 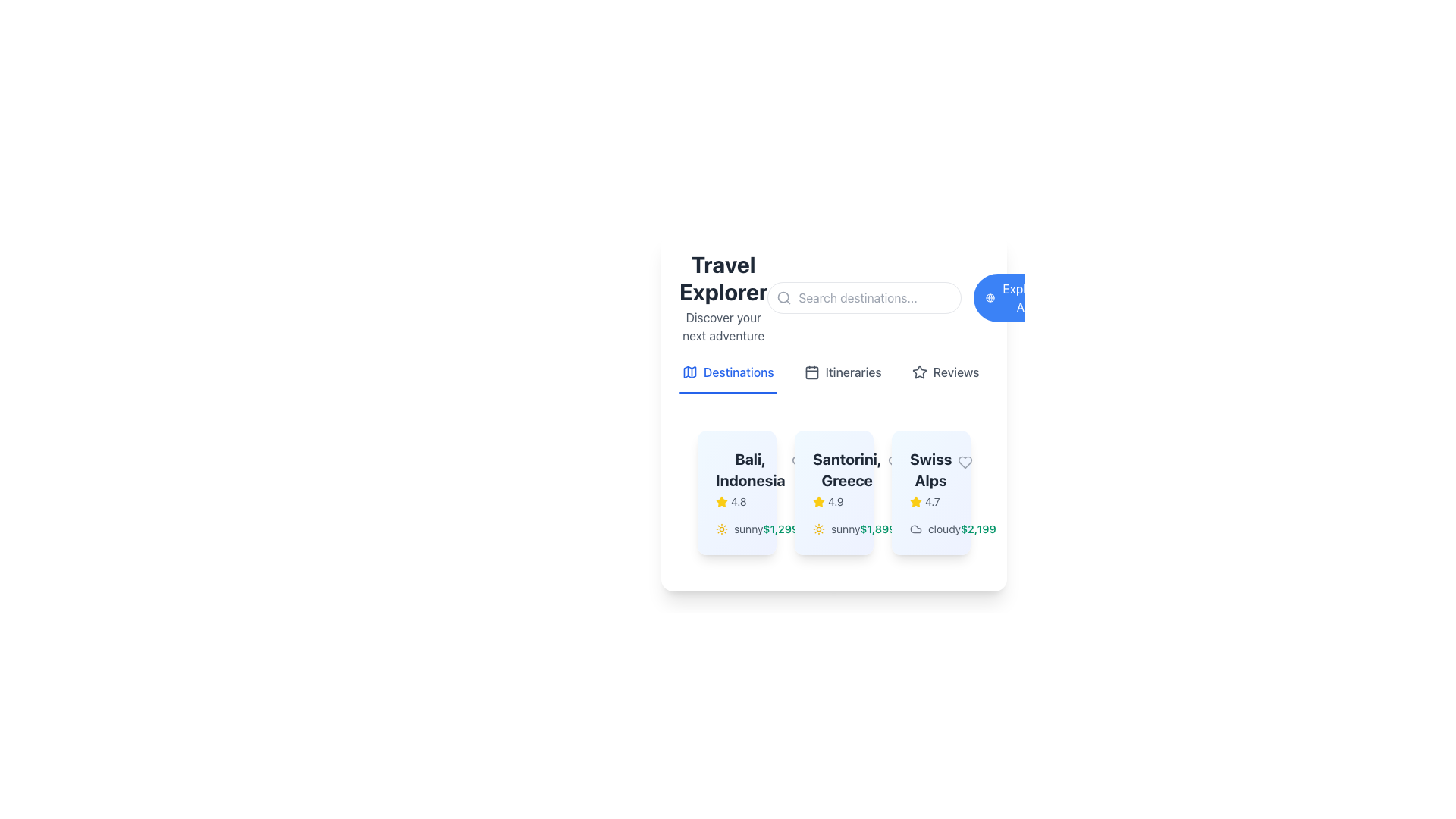 What do you see at coordinates (930, 479) in the screenshot?
I see `the text label displaying the name and star rating of the travel destination located in the top-left section of the third card in a horizontally aligned set of destination cards, situated between the 'Santorini, Greece' card and another card with different information` at bounding box center [930, 479].